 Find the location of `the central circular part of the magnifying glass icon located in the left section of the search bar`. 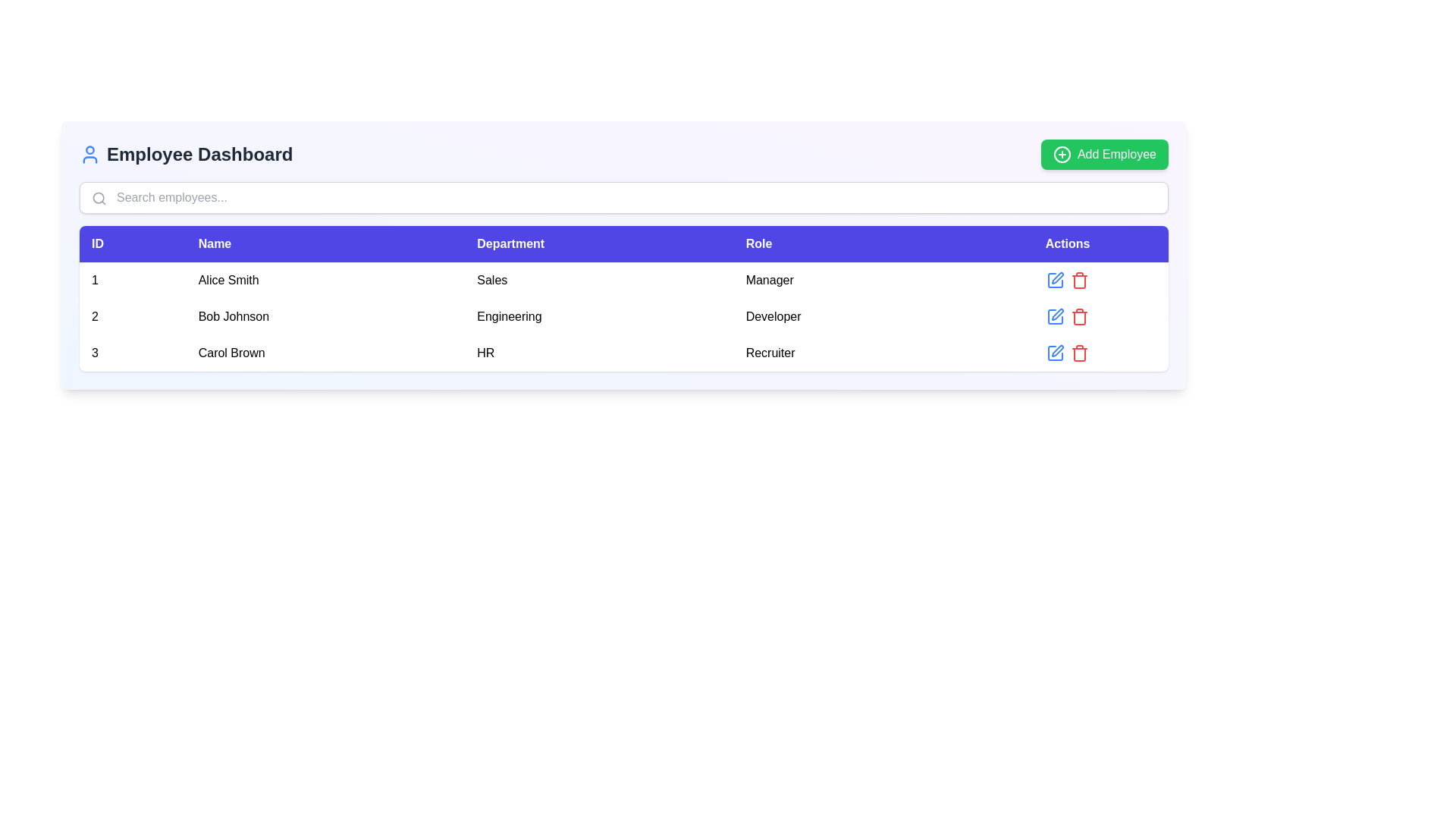

the central circular part of the magnifying glass icon located in the left section of the search bar is located at coordinates (98, 197).